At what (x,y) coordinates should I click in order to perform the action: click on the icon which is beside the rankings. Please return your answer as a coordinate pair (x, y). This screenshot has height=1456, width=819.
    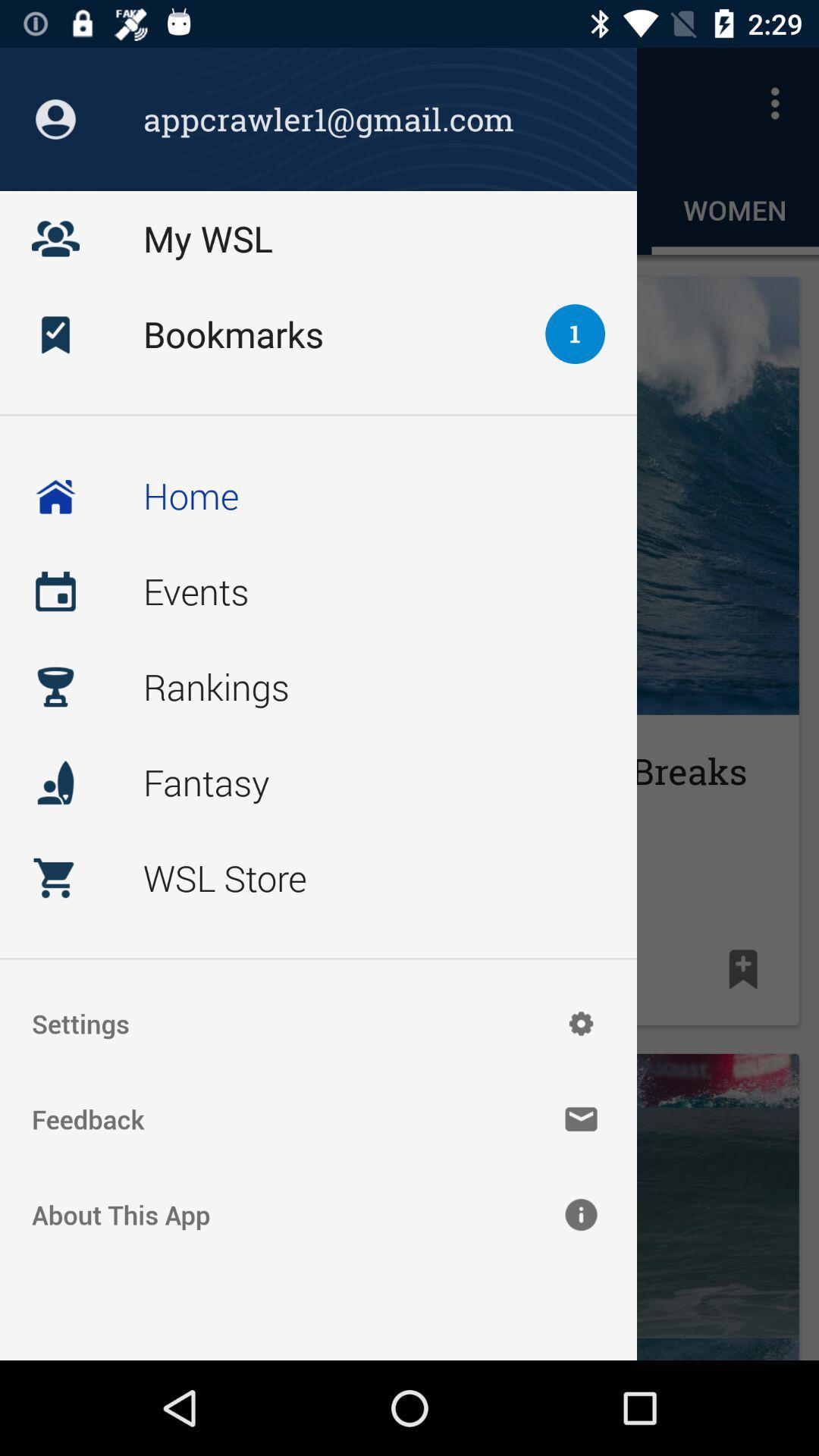
    Looking at the image, I should click on (55, 686).